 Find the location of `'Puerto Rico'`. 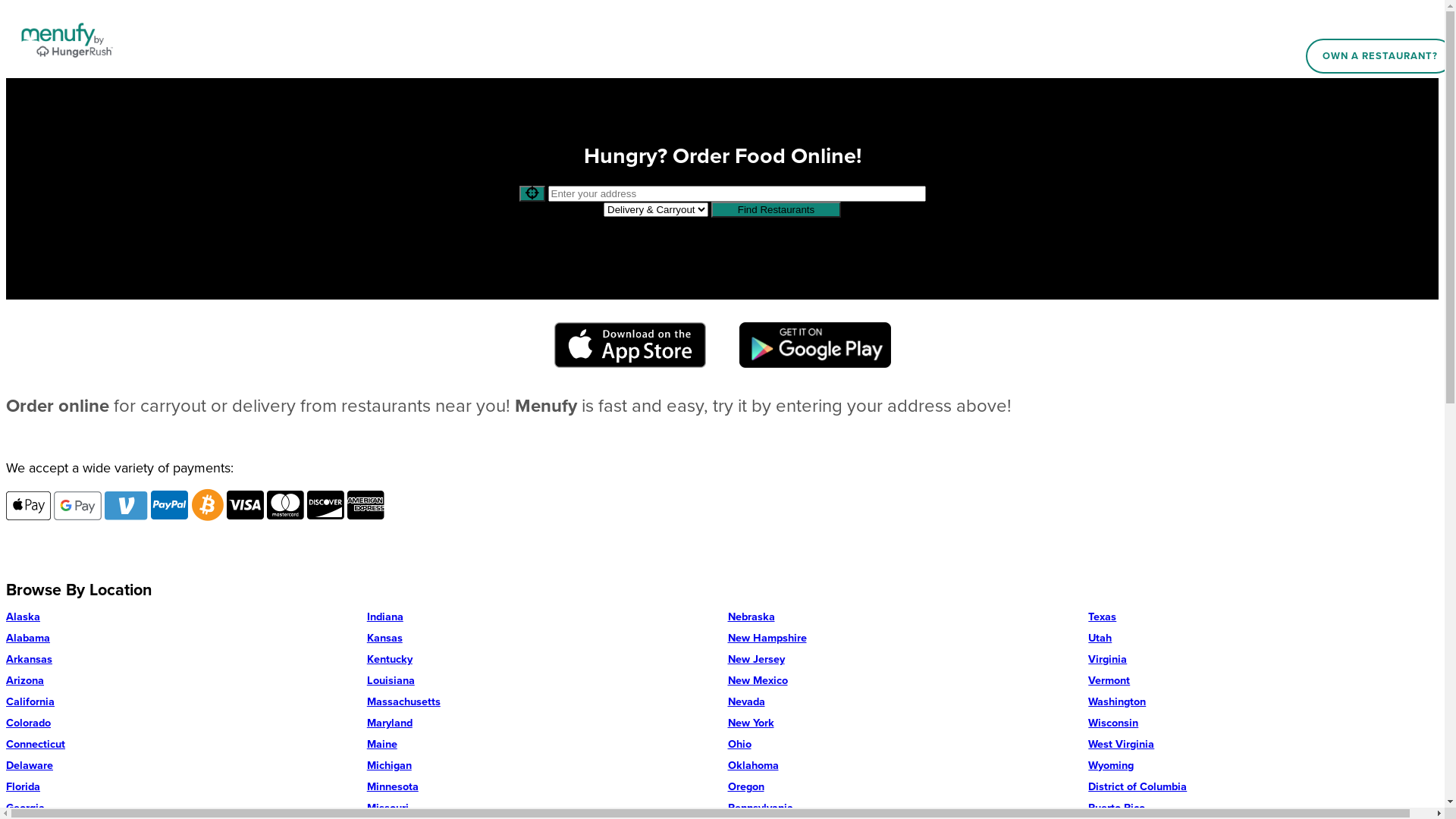

'Puerto Rico' is located at coordinates (1263, 807).